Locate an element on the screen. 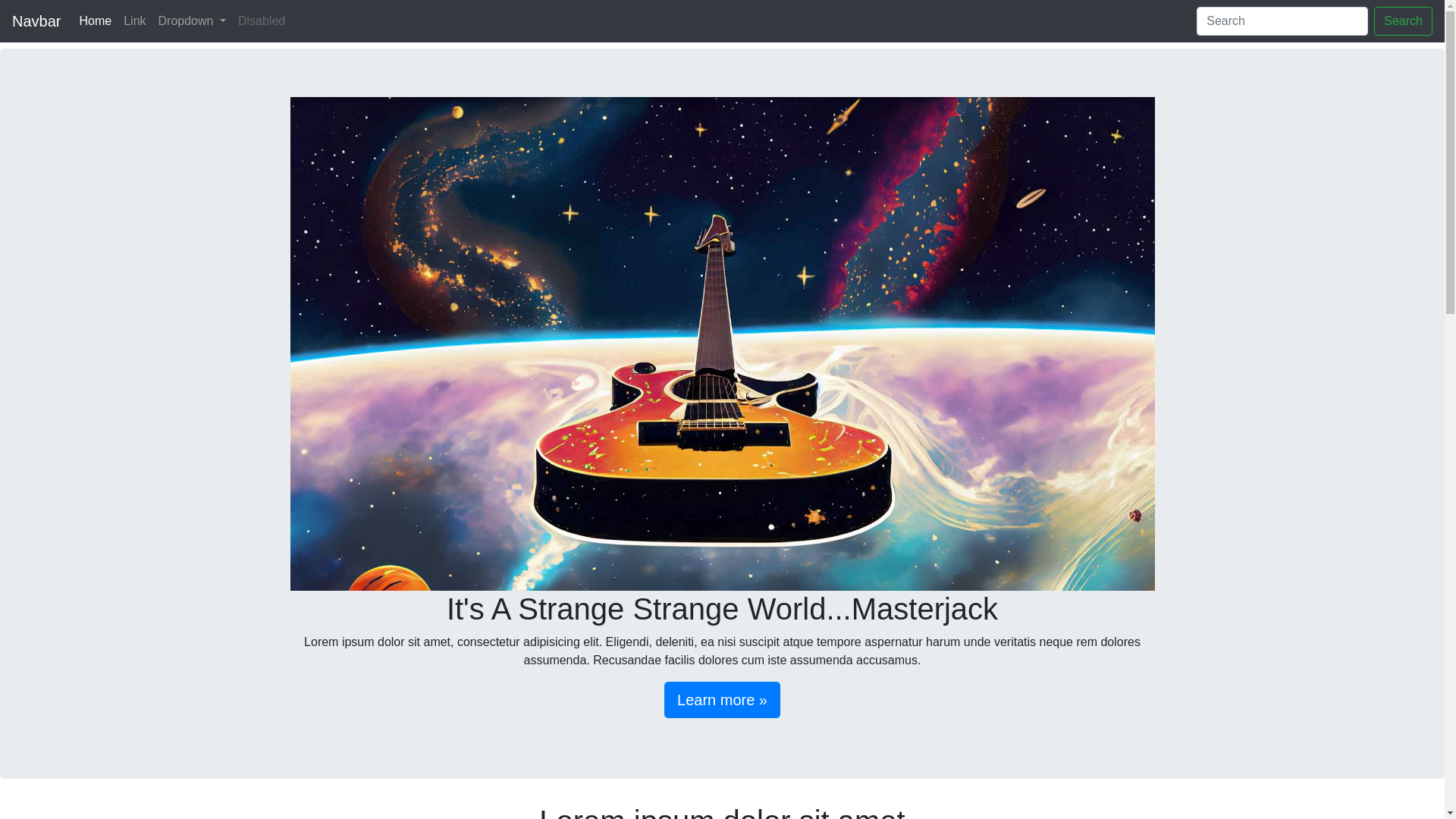 The width and height of the screenshot is (1456, 819). 'Dropdown' is located at coordinates (152, 20).